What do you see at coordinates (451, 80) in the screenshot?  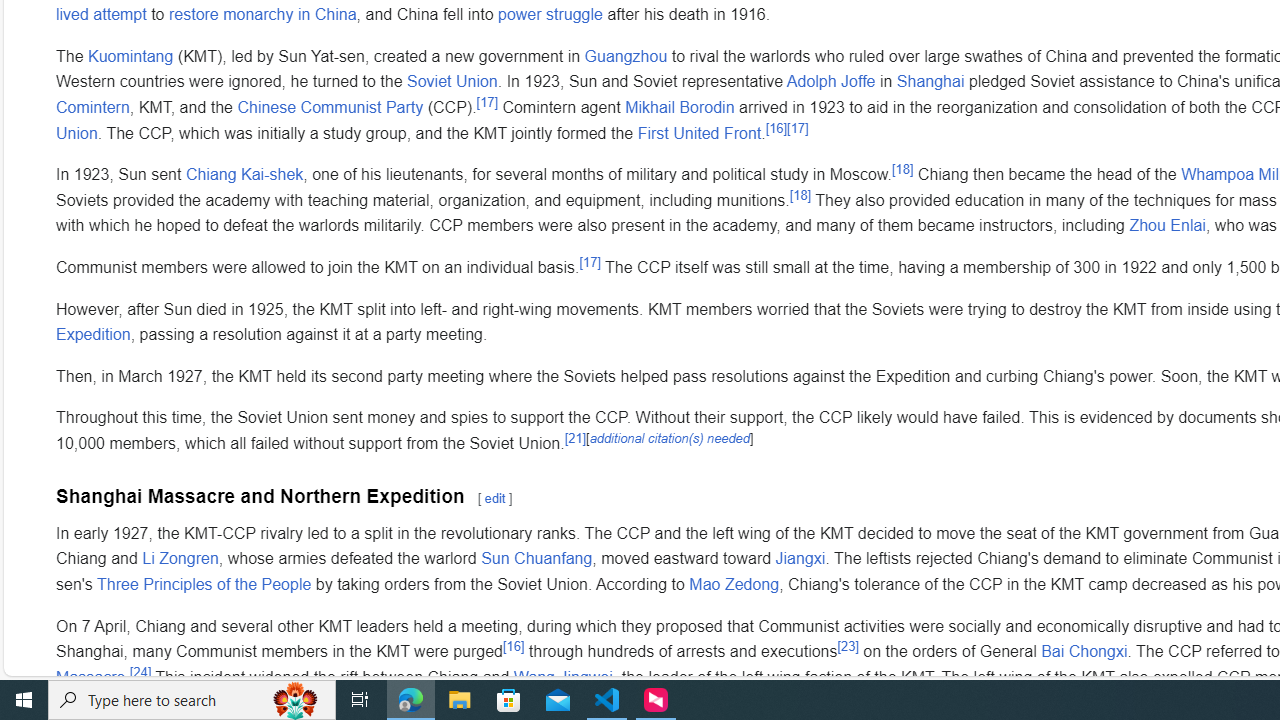 I see `'Soviet Union'` at bounding box center [451, 80].